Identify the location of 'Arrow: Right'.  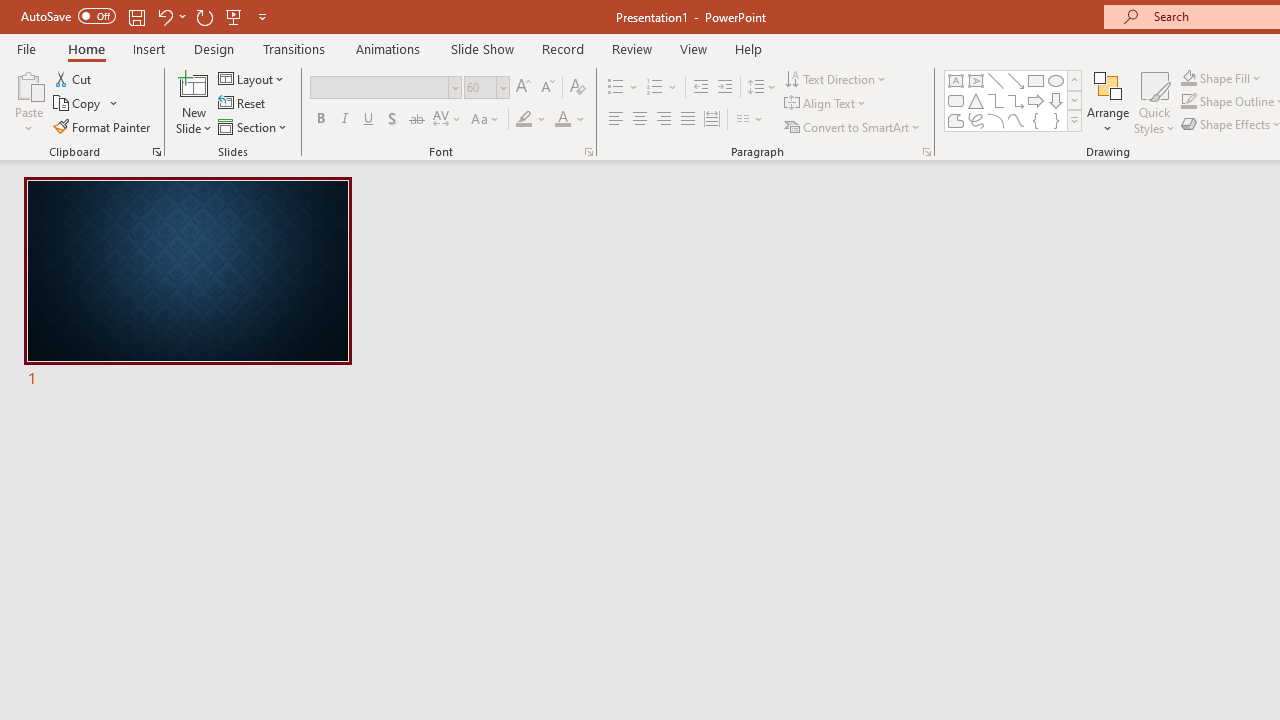
(1036, 100).